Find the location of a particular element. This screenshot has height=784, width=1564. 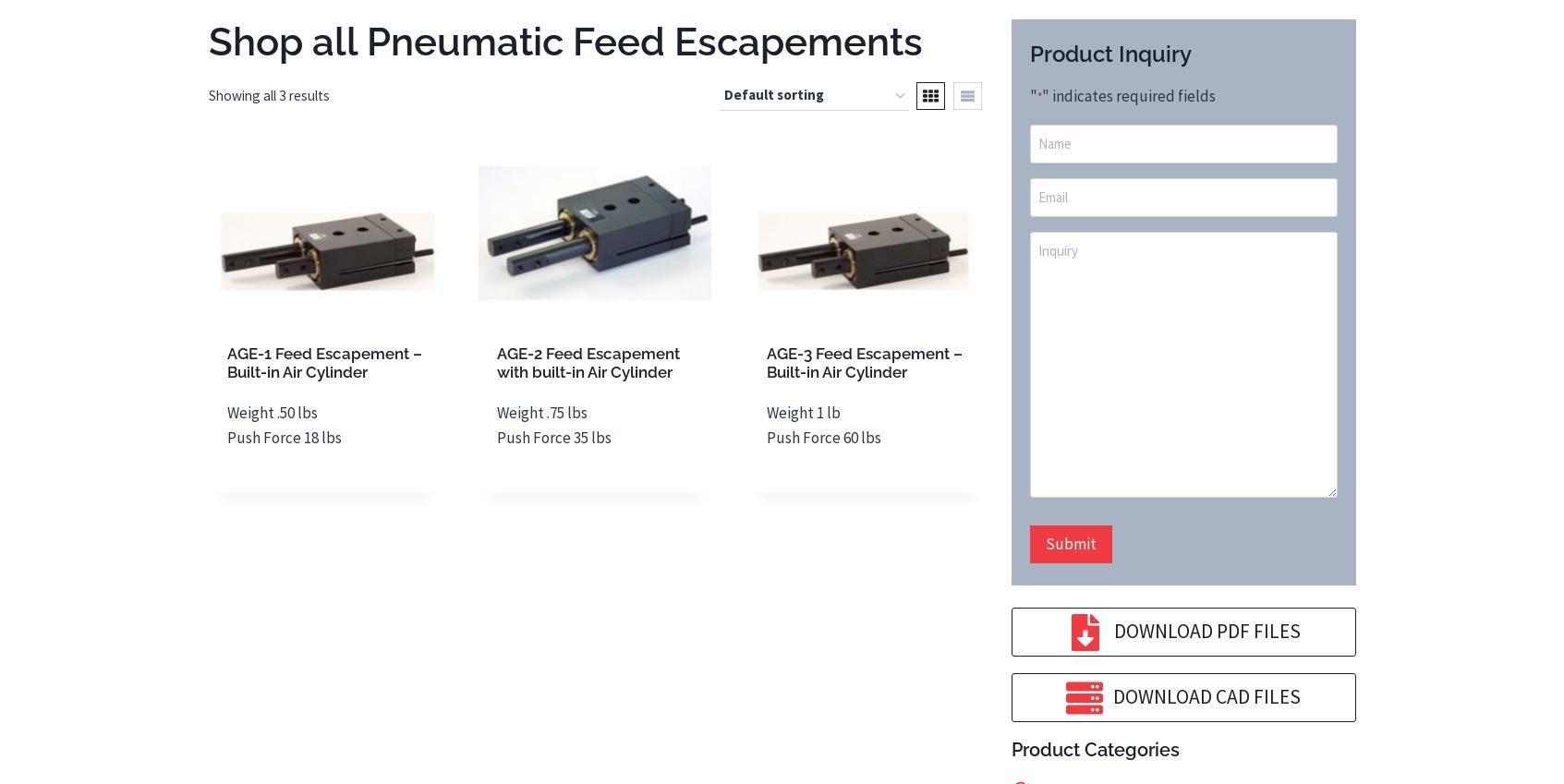

'"' is located at coordinates (1033, 93).